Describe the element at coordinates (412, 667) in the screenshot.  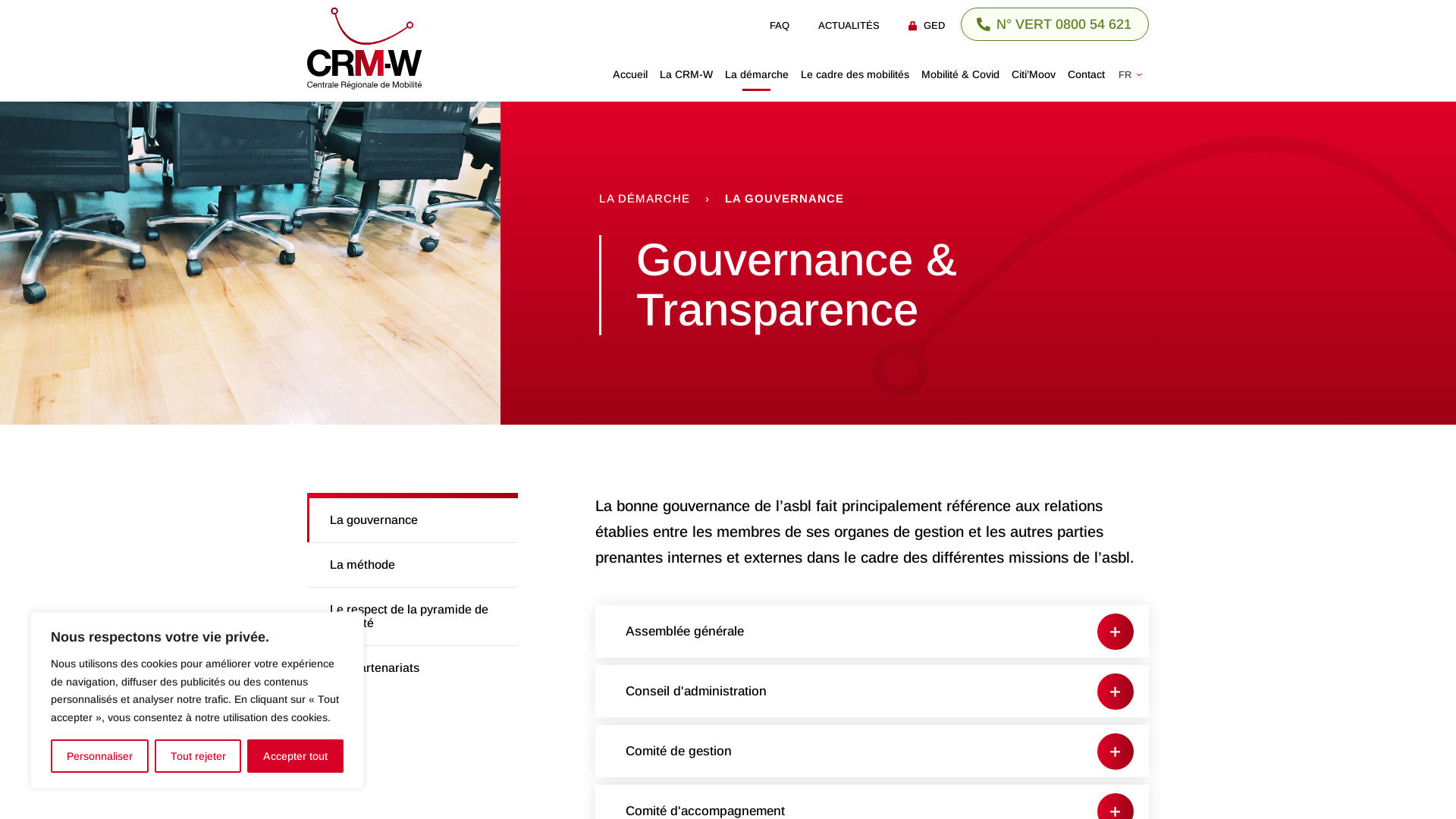
I see `'Les partenariats'` at that location.